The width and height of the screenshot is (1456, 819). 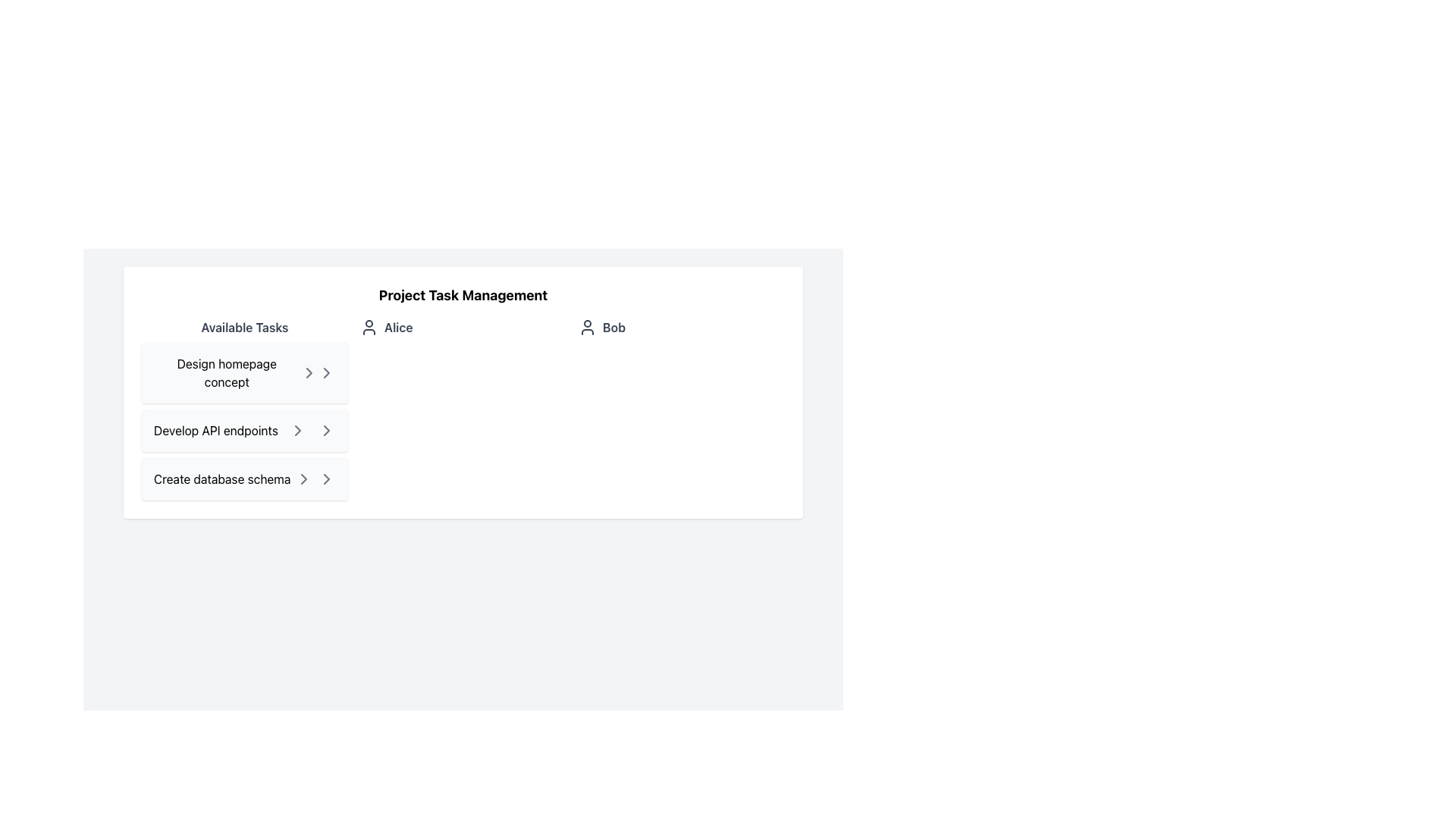 I want to click on the icon located at the far right side of the third list item labeled 'Create database schema' within the 'Available Tasks' list, so click(x=303, y=479).